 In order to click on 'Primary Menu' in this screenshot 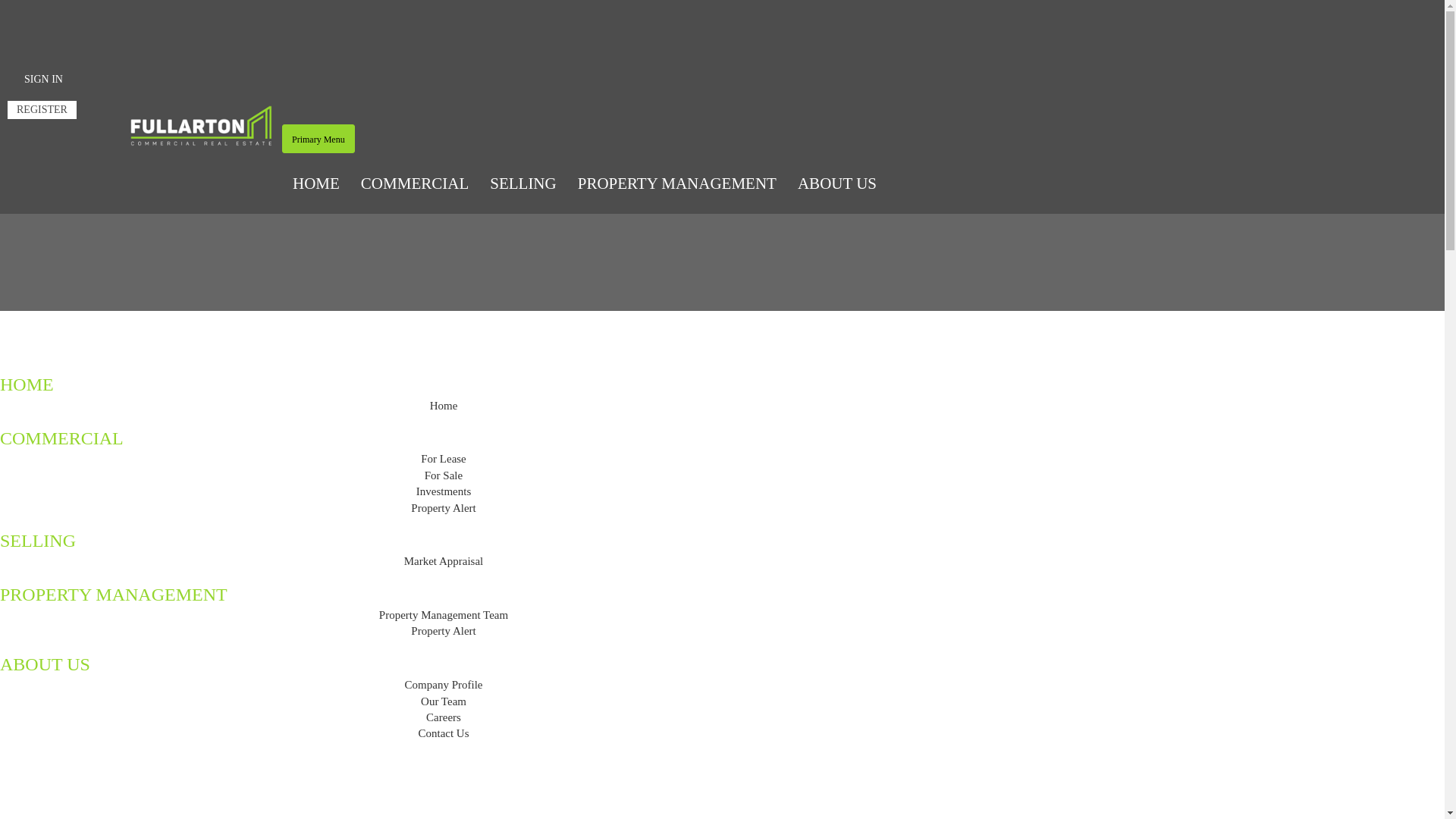, I will do `click(318, 138)`.